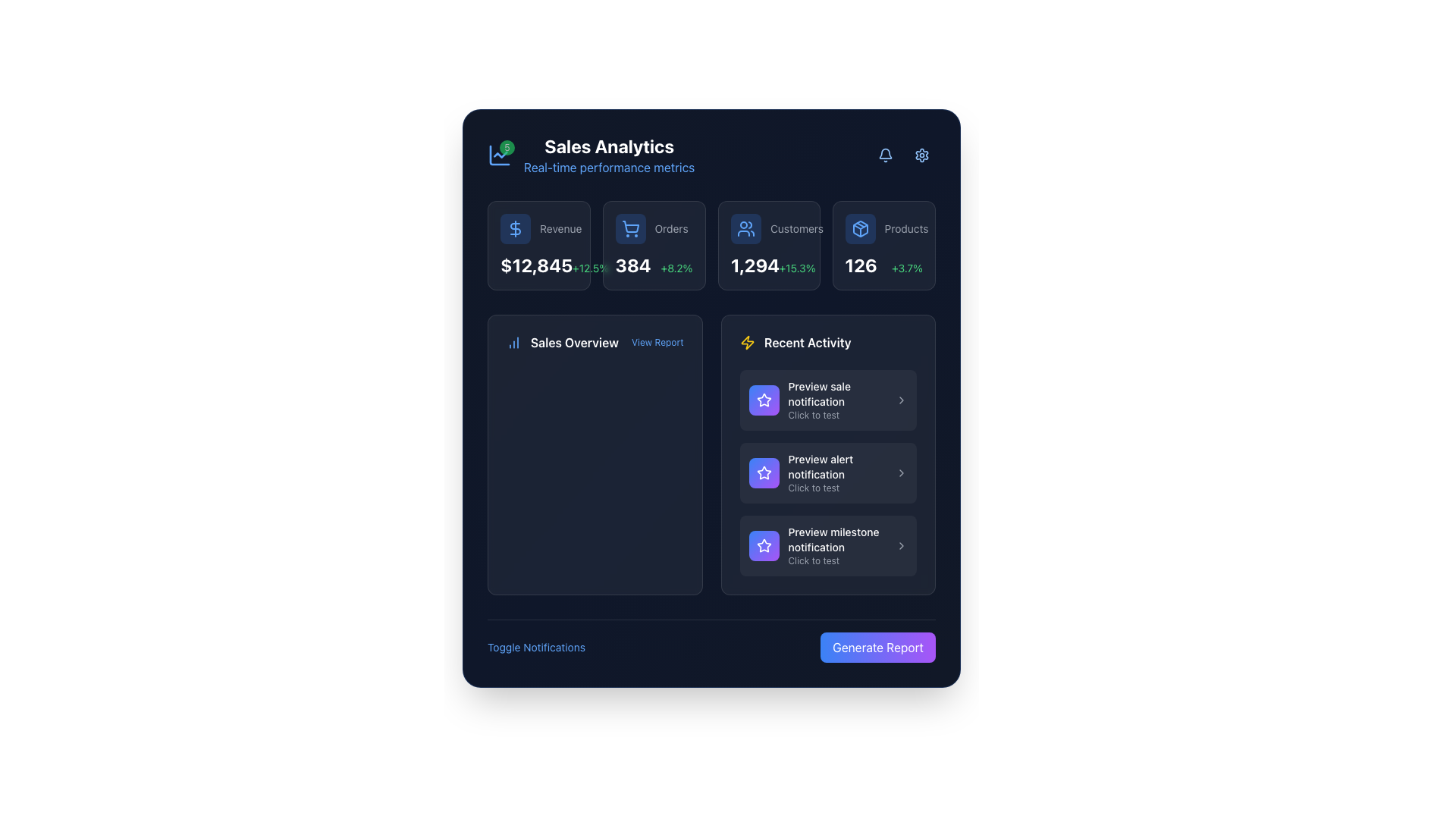 This screenshot has height=819, width=1456. I want to click on the yellow lightning bolt icon located to the left of the 'Recent Activity' text in the dashboard's header, so click(747, 342).